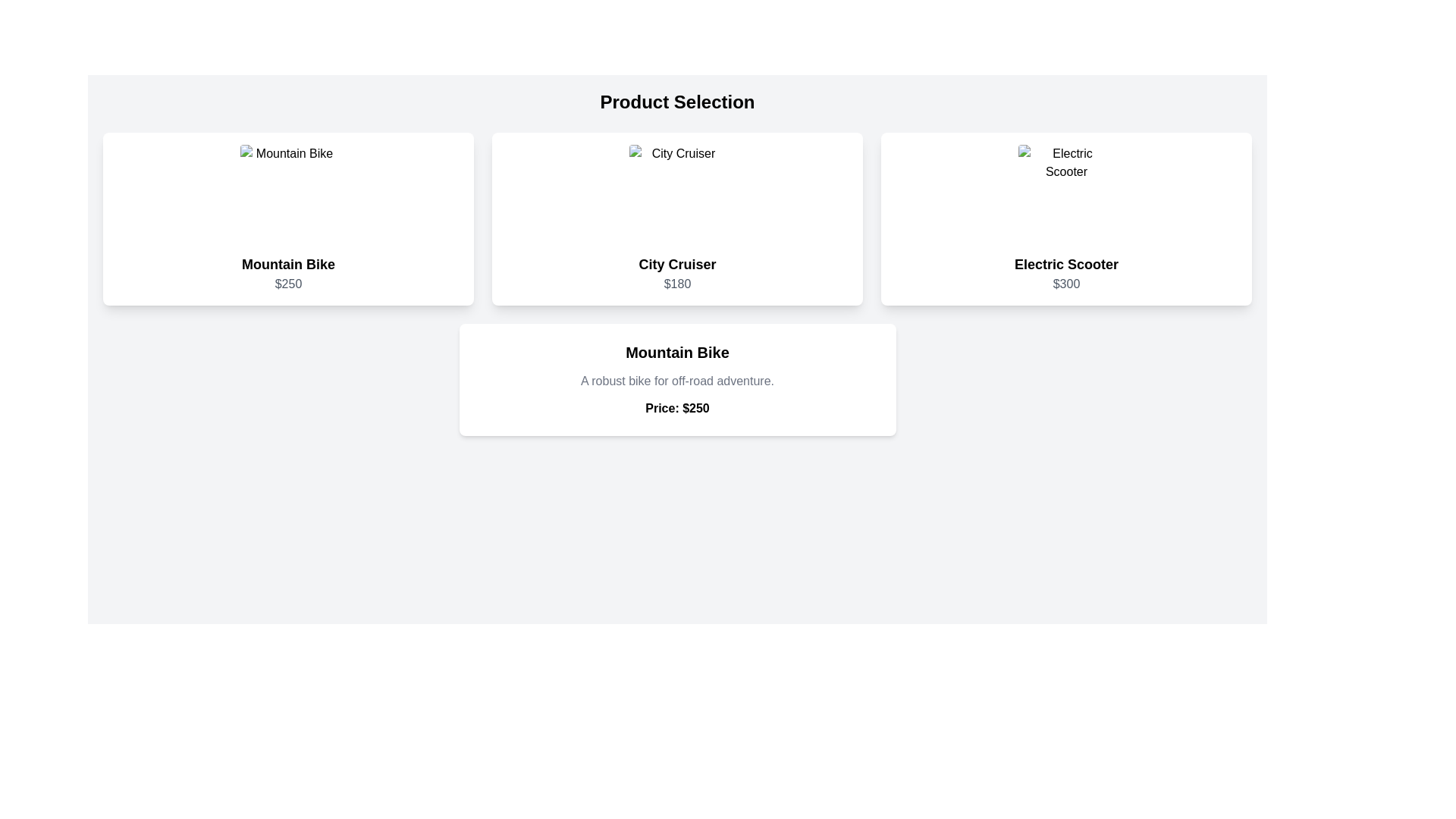 The width and height of the screenshot is (1456, 819). Describe the element at coordinates (676, 219) in the screenshot. I see `the informational panel labeled 'City Cruiser' which displays the title 'City Cruiser' and the price '$180', positioned centrally in the middle column of a horizontally aligned grid layout` at that location.